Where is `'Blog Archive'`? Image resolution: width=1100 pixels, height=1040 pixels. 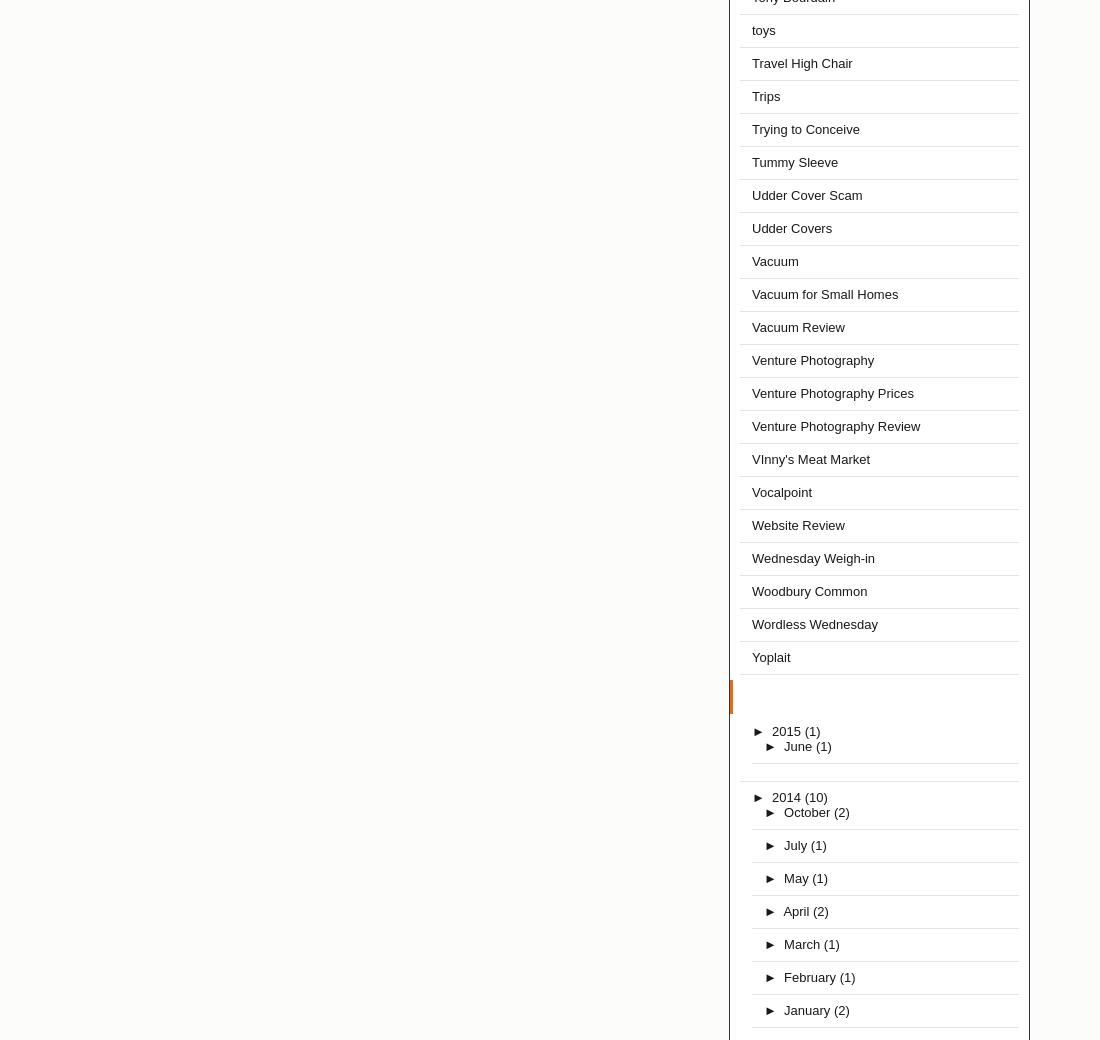
'Blog Archive' is located at coordinates (742, 697).